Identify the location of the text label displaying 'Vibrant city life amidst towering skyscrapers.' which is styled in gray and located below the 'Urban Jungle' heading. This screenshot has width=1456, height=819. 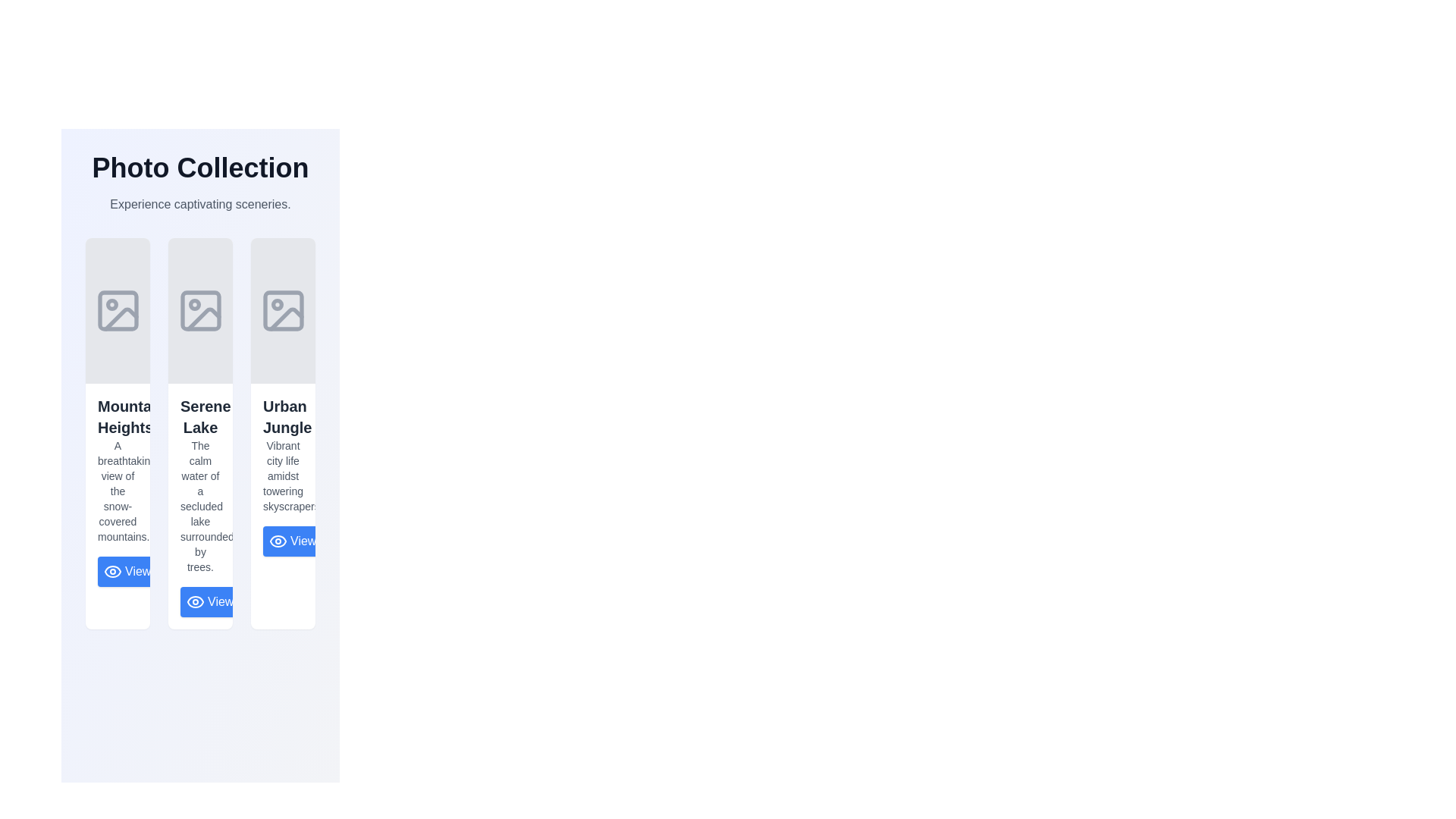
(283, 475).